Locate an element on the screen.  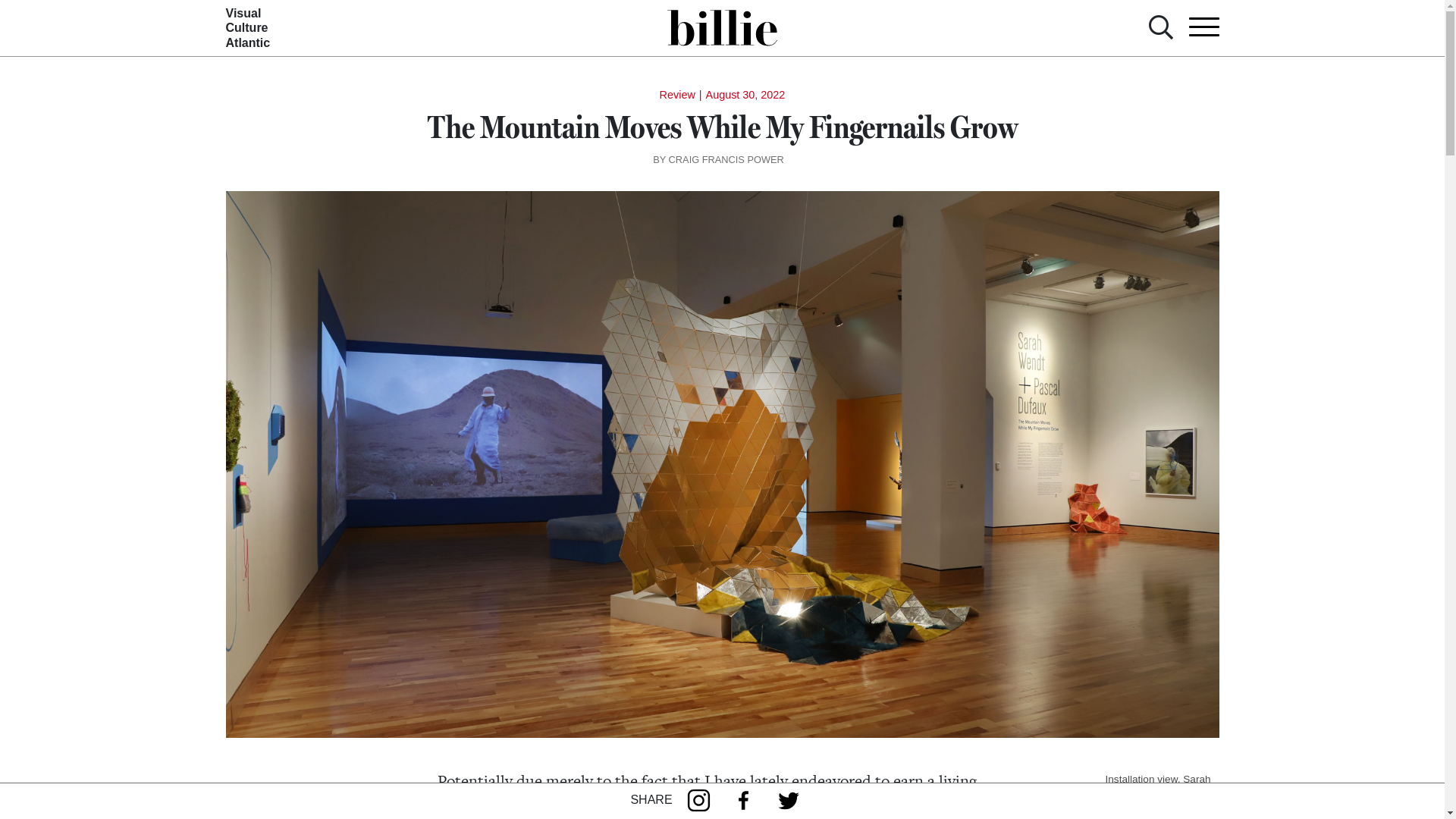
'Facebook' is located at coordinates (747, 800).